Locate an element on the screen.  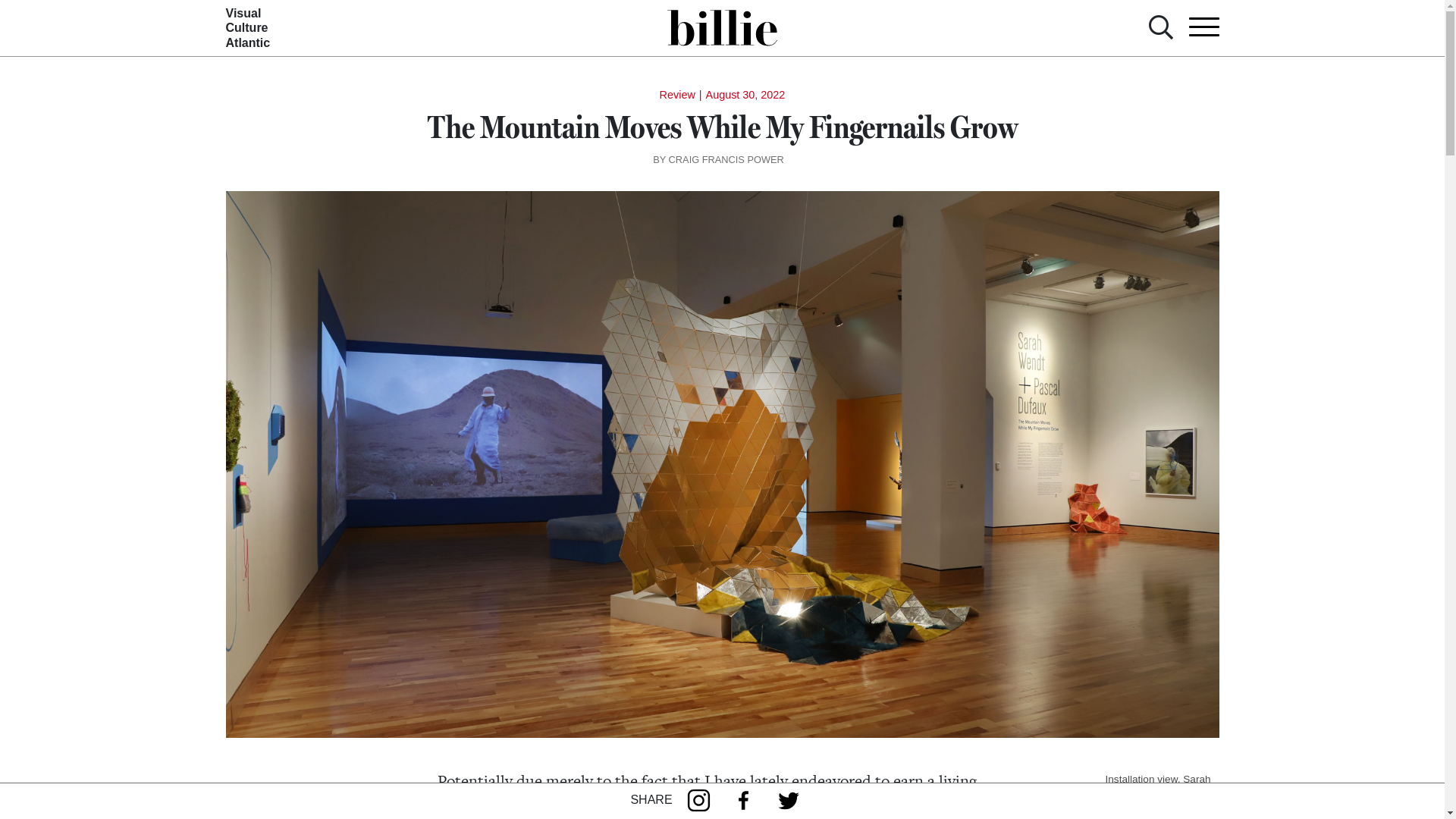
'Facebook' is located at coordinates (747, 800).